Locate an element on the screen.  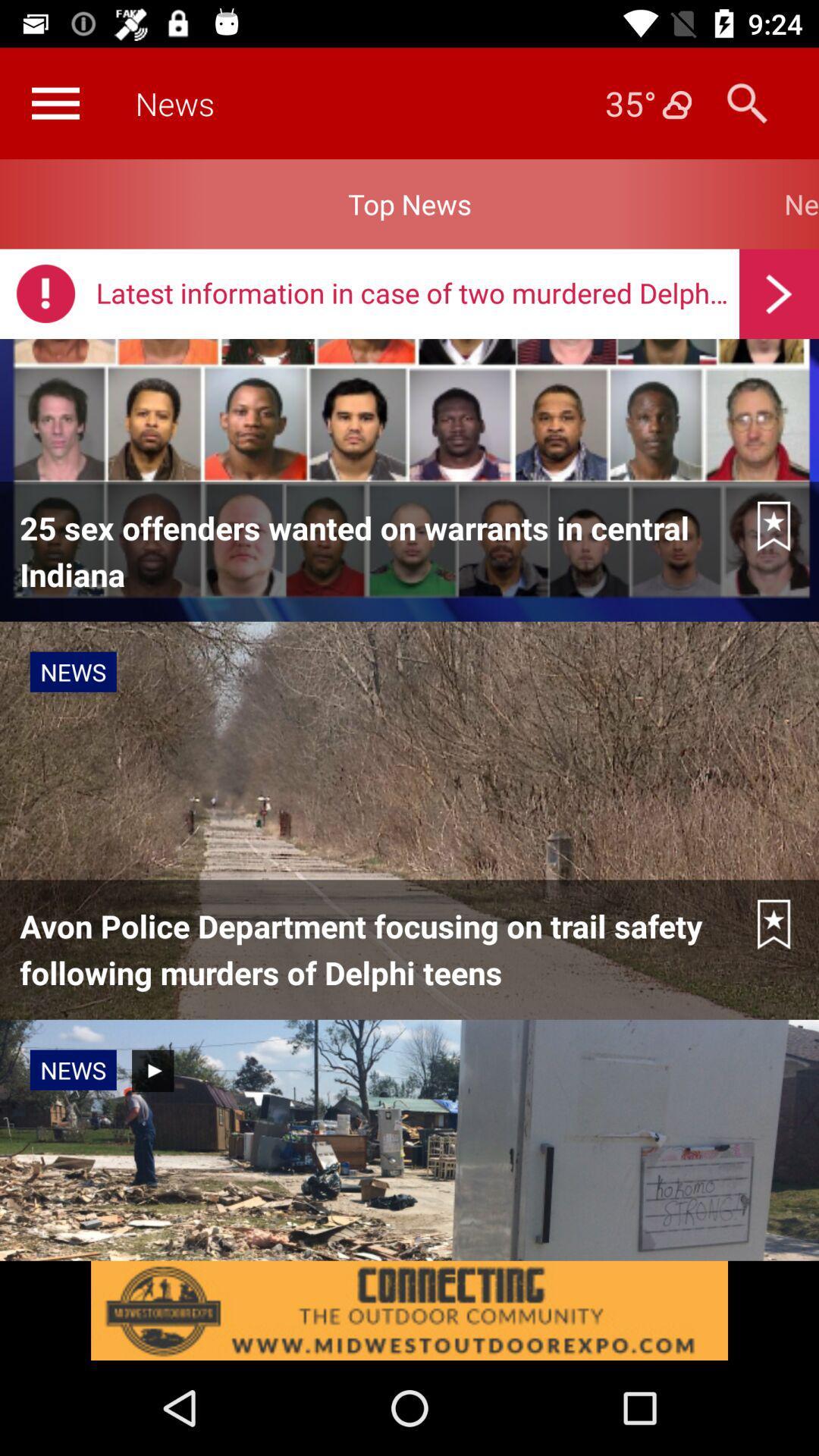
setting is located at coordinates (55, 102).